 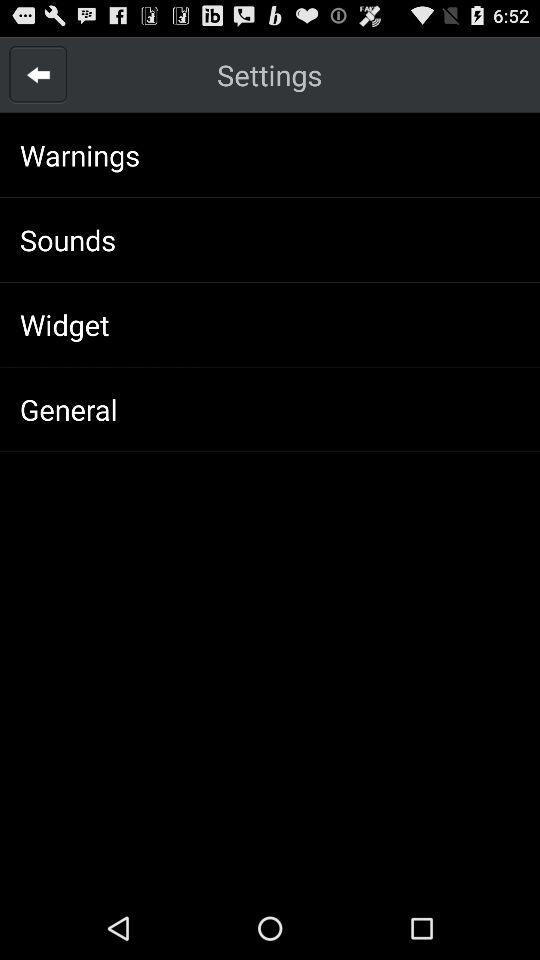 I want to click on the warnings, so click(x=79, y=154).